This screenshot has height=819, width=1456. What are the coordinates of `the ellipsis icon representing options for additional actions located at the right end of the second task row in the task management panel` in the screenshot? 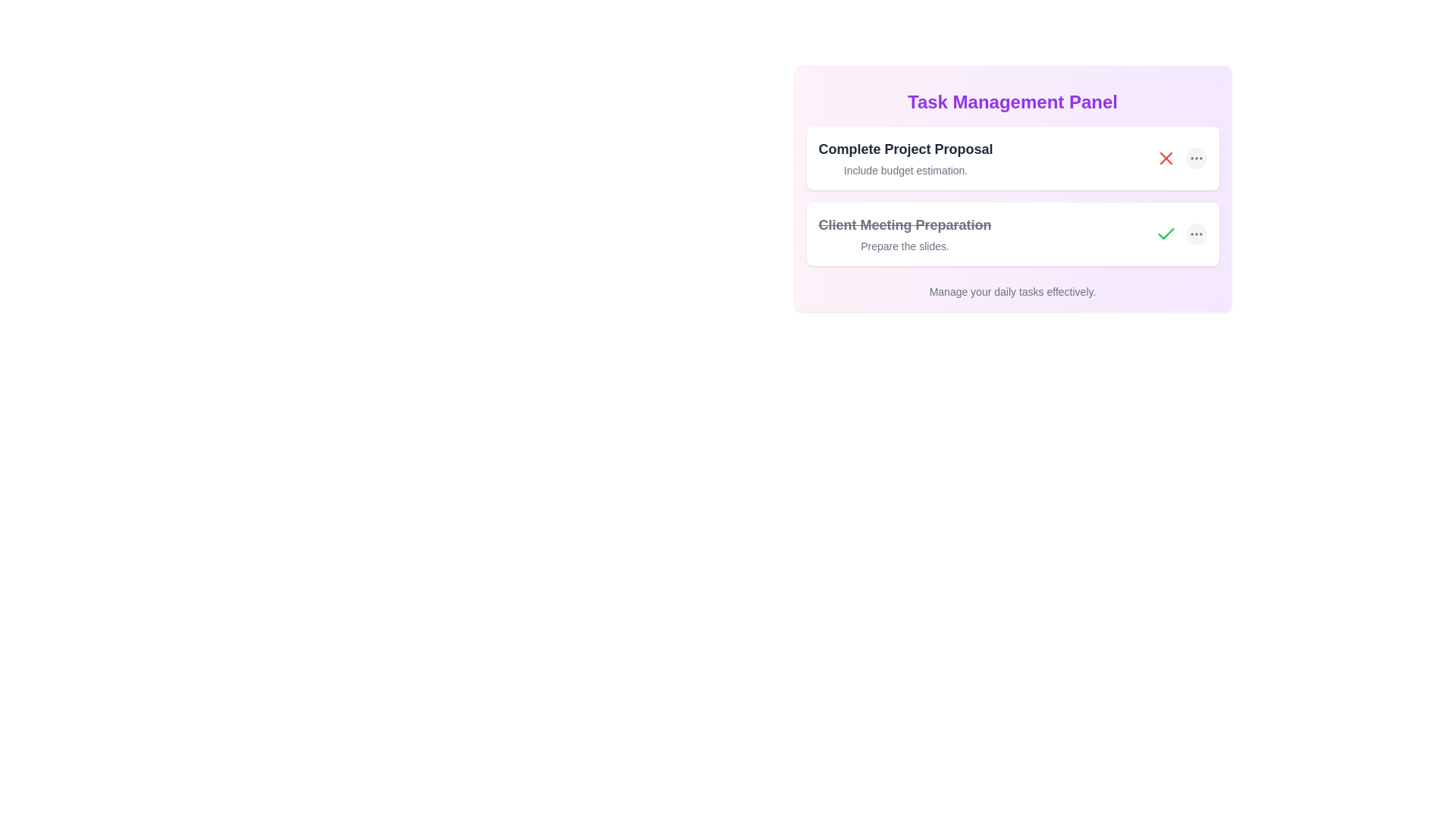 It's located at (1195, 158).